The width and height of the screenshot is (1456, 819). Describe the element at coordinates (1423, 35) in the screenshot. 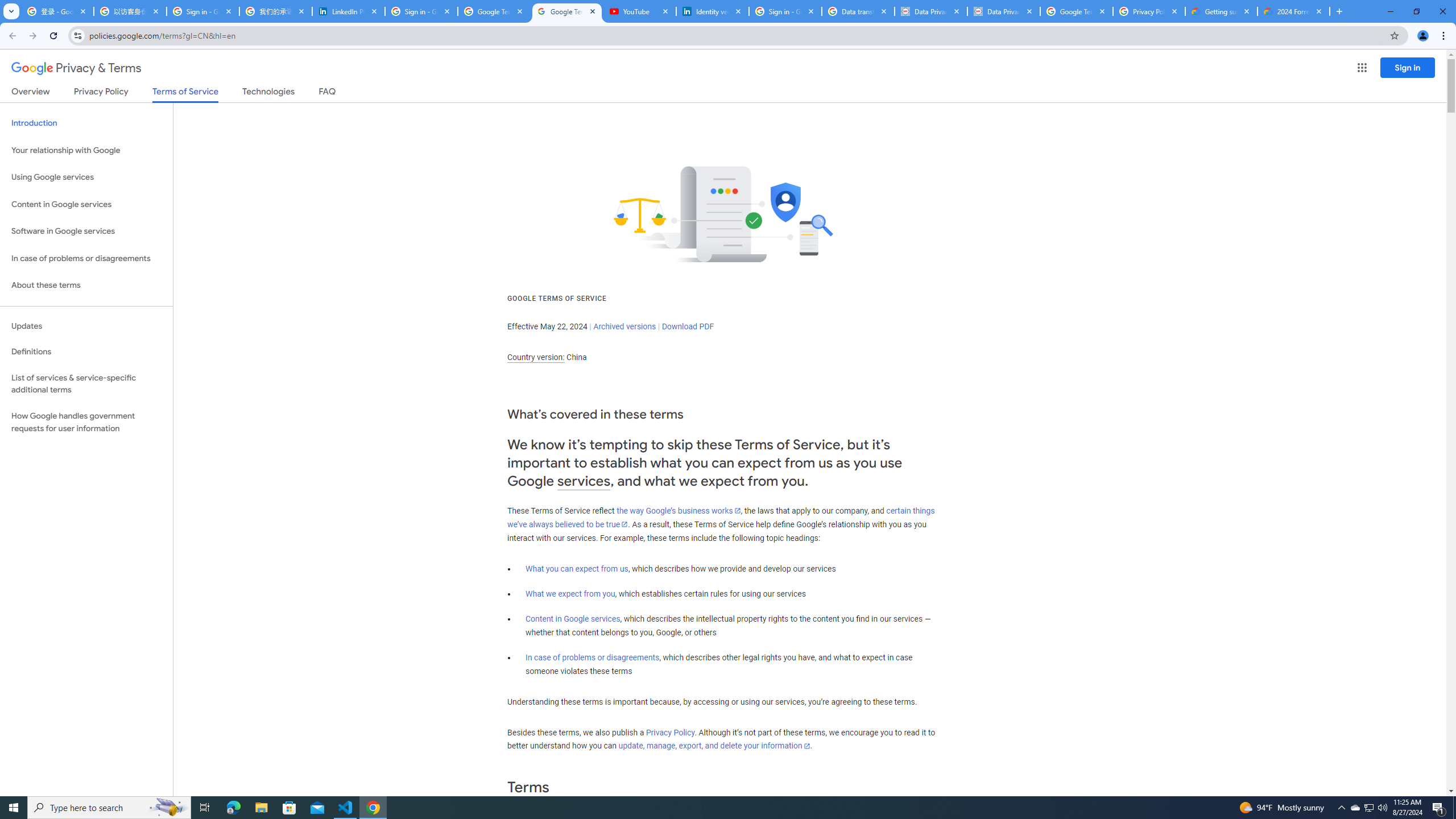

I see `'You'` at that location.